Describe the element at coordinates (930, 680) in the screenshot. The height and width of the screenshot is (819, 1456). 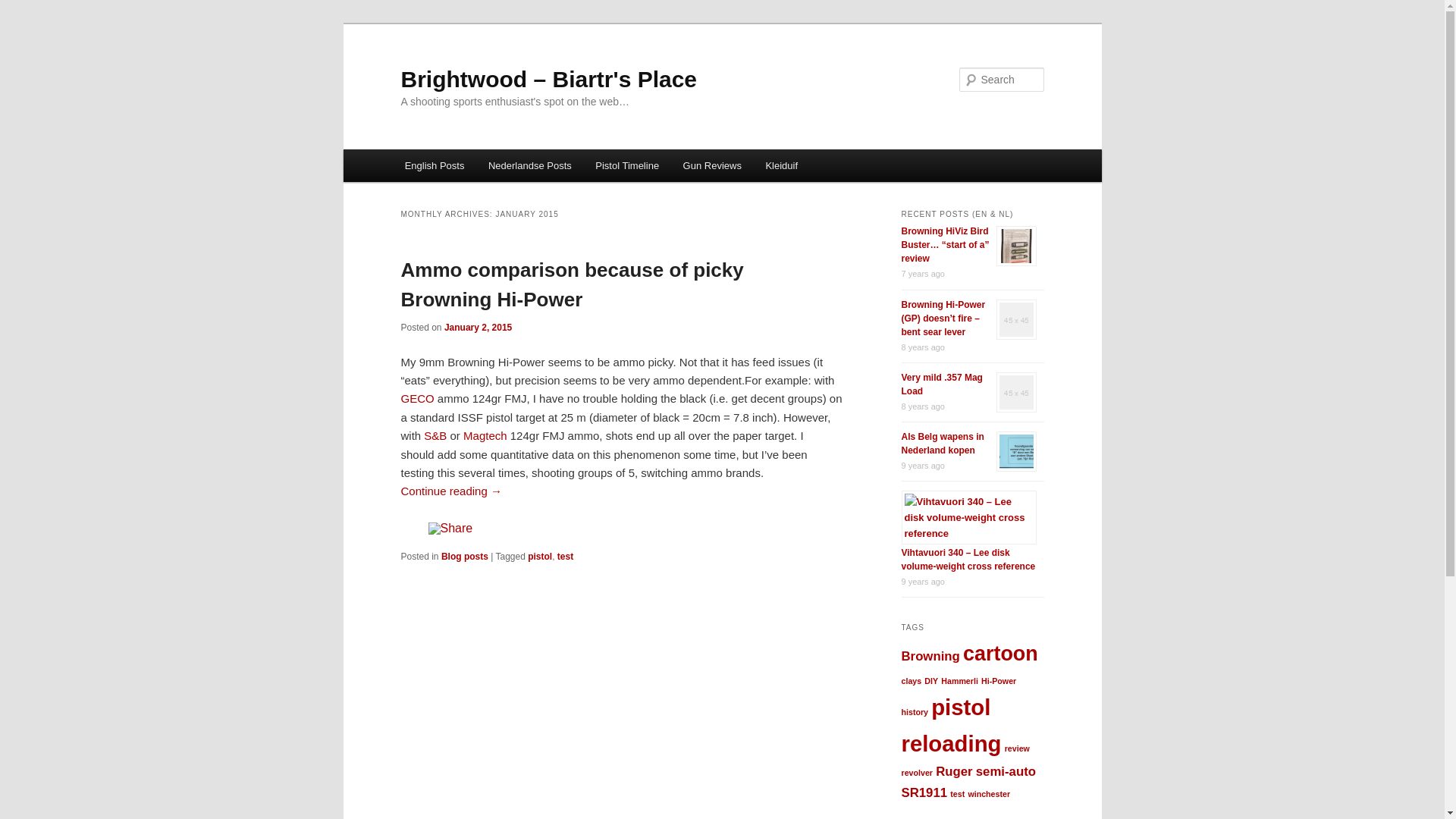
I see `'DIY'` at that location.